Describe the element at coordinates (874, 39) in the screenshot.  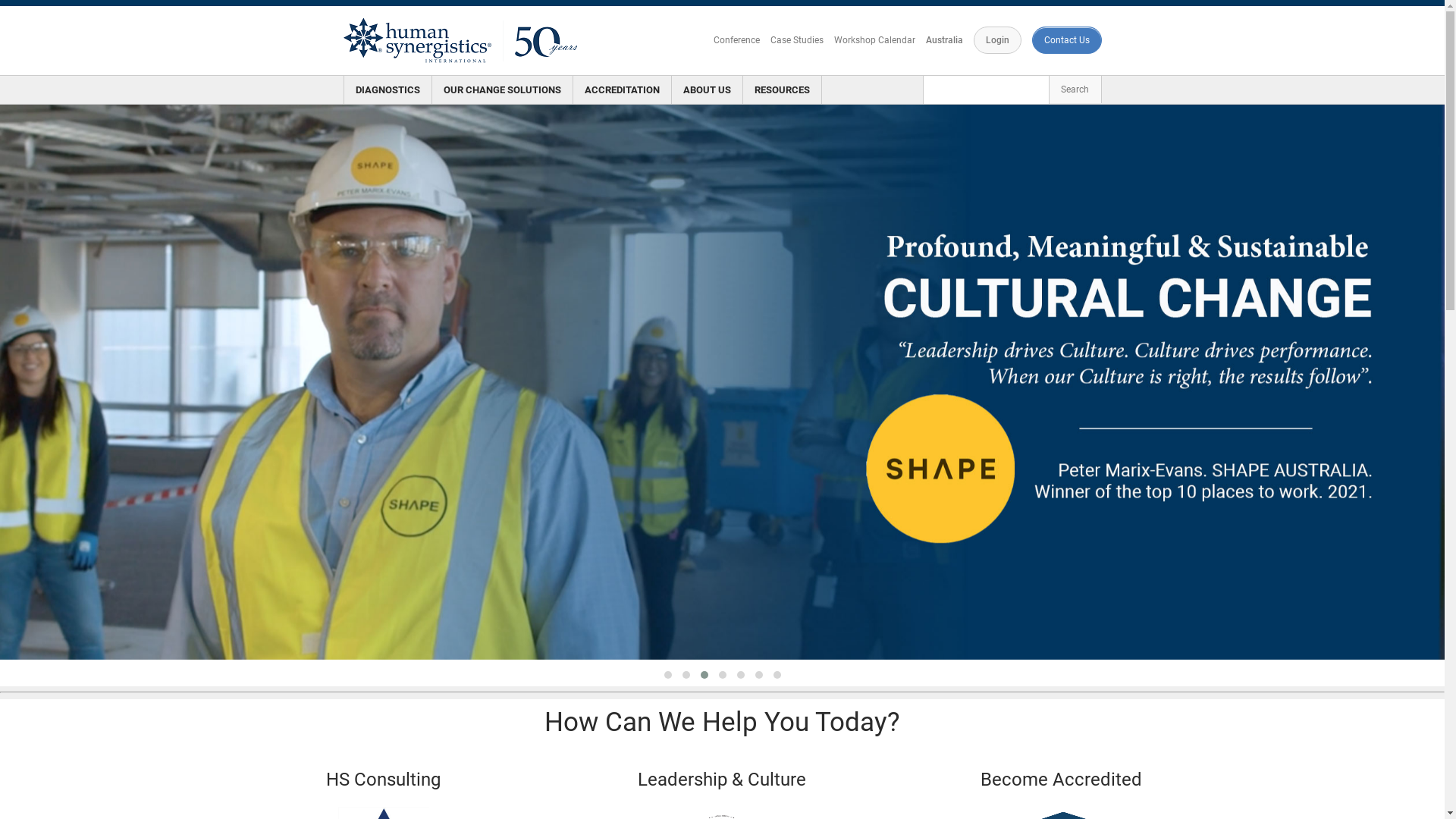
I see `'Workshop Calendar'` at that location.